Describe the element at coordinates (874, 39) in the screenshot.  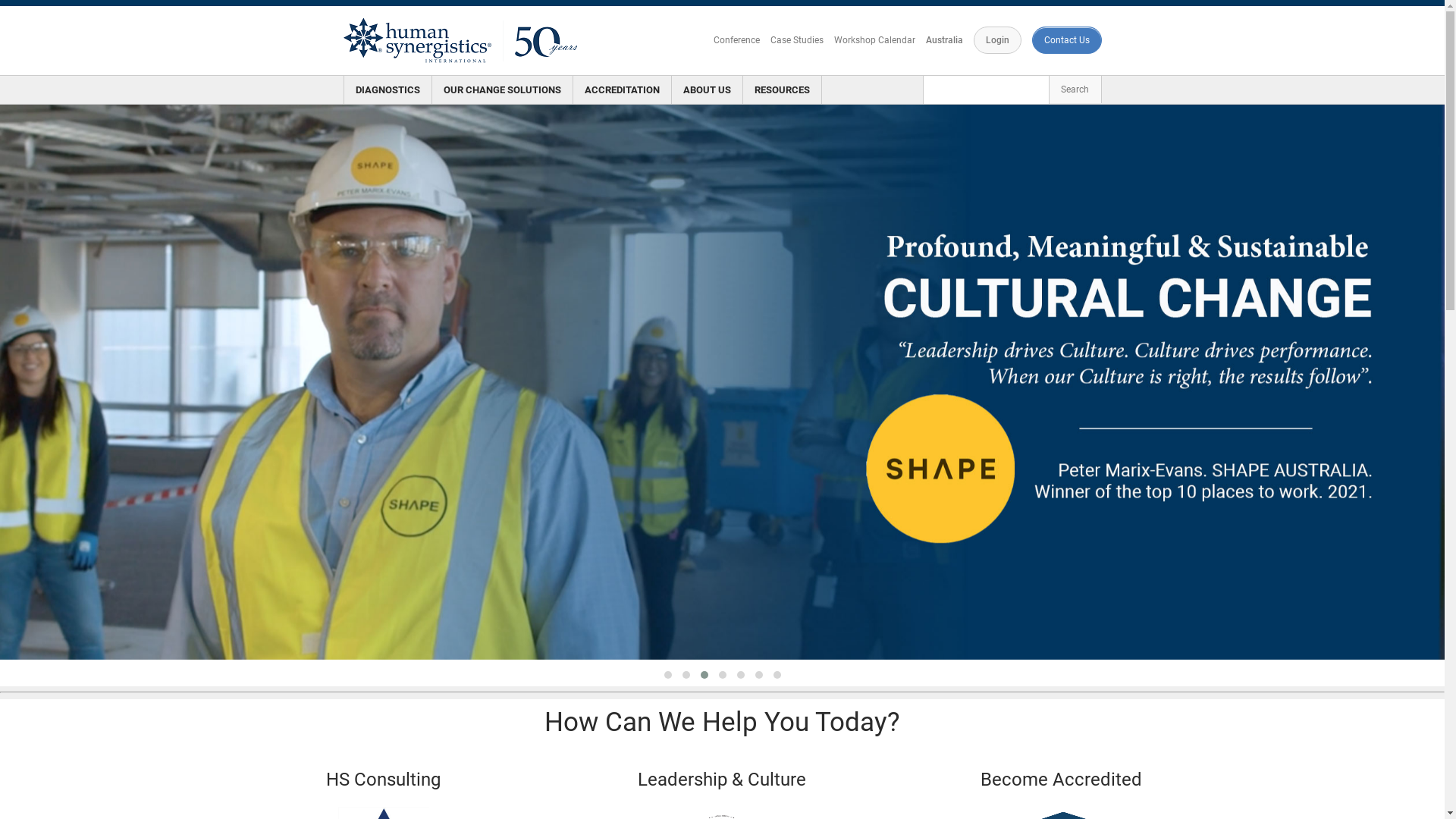
I see `'Workshop Calendar'` at that location.